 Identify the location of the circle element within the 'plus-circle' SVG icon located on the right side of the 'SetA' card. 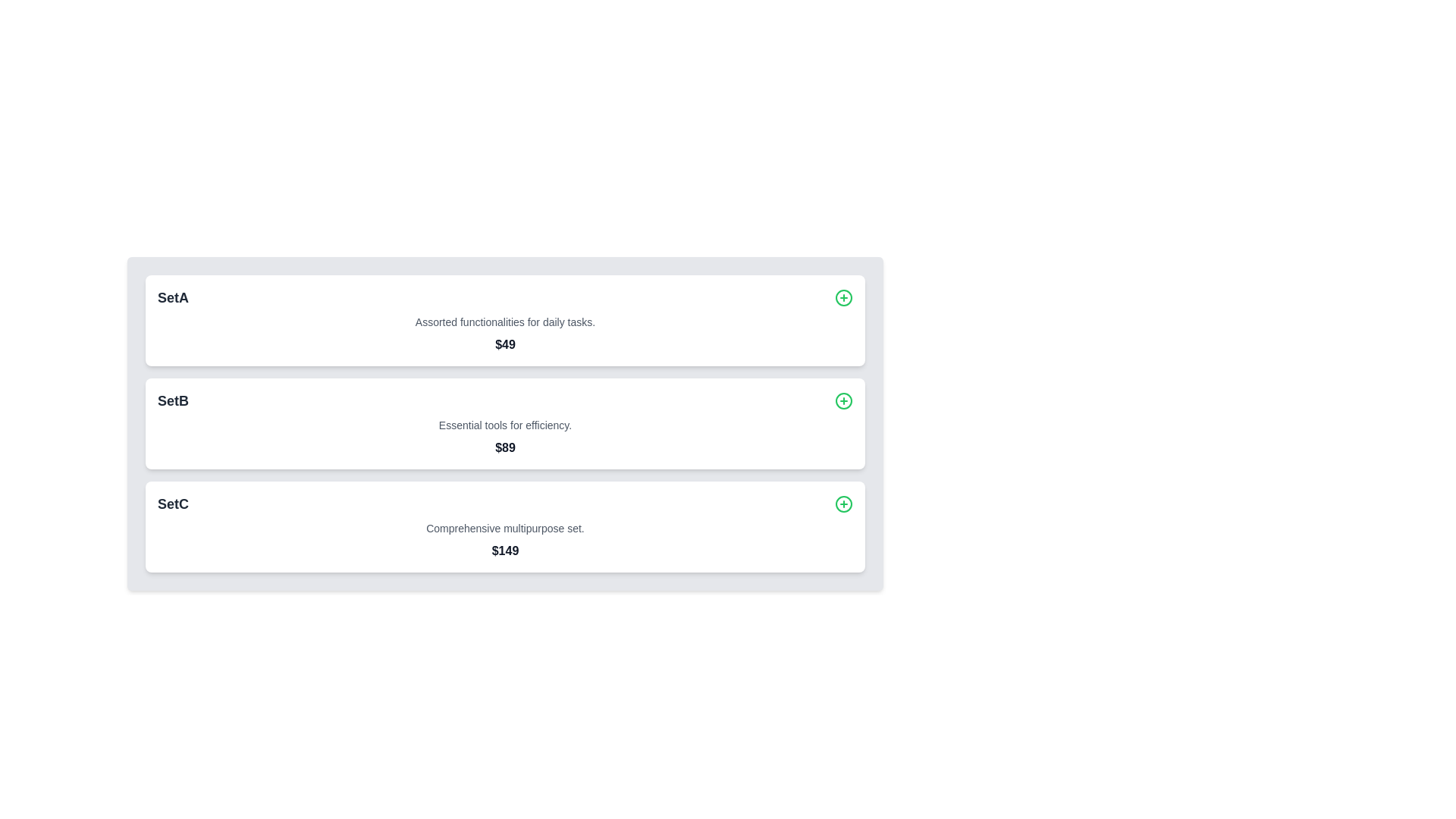
(843, 298).